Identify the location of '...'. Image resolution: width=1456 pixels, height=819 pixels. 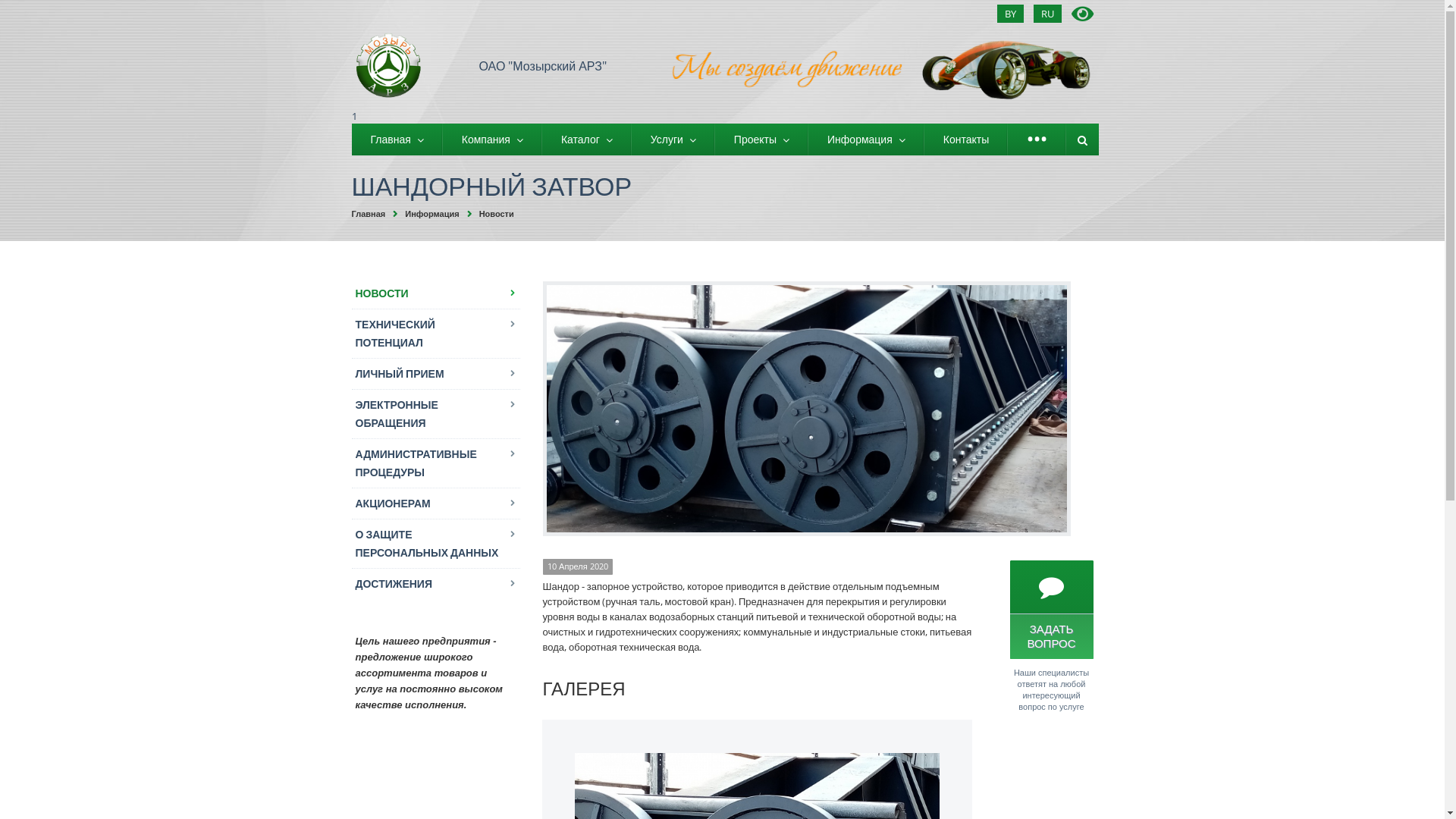
(1036, 140).